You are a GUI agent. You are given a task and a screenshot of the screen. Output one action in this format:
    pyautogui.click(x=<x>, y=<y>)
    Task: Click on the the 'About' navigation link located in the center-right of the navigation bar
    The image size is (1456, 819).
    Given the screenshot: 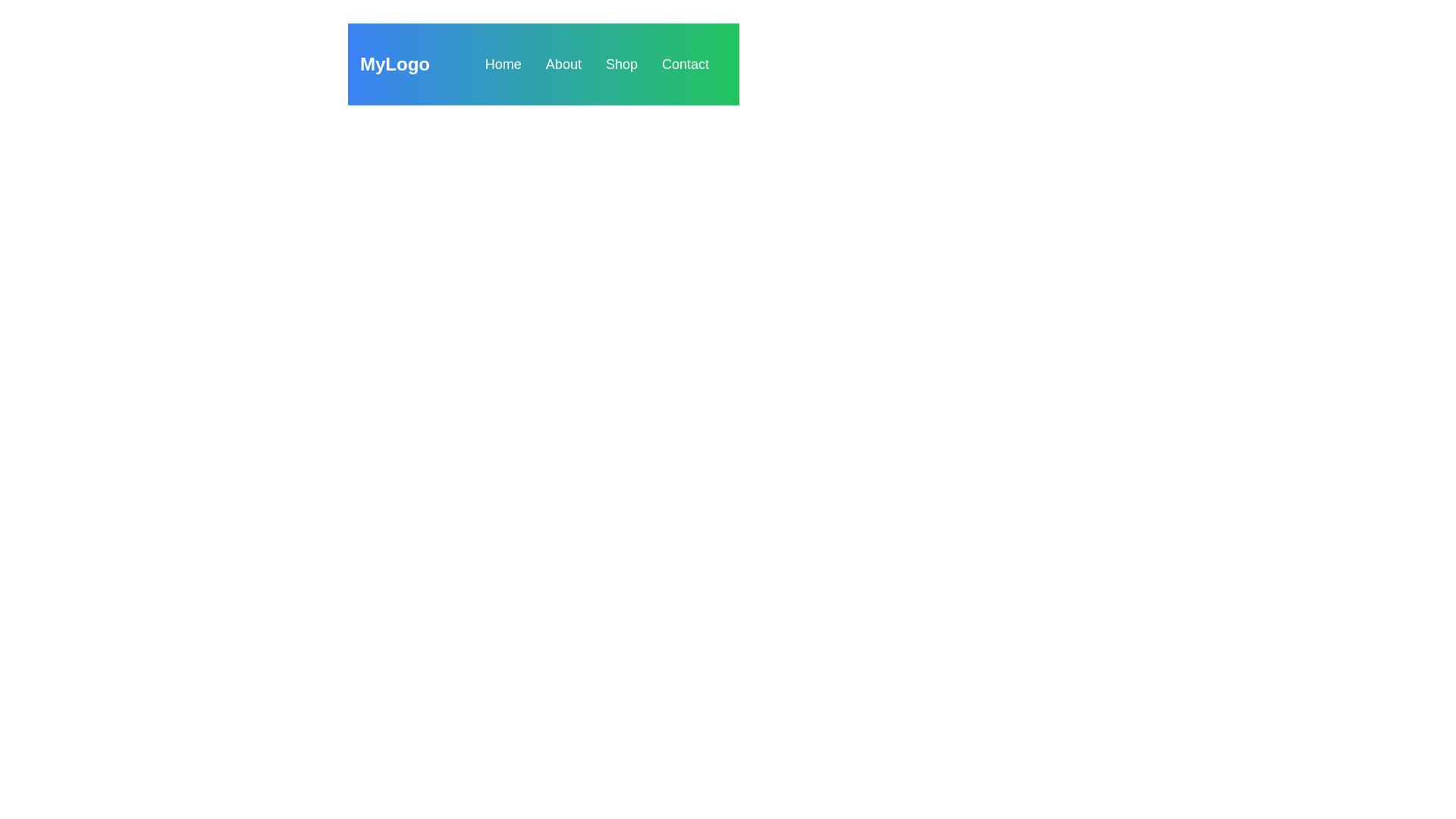 What is the action you would take?
    pyautogui.click(x=563, y=63)
    